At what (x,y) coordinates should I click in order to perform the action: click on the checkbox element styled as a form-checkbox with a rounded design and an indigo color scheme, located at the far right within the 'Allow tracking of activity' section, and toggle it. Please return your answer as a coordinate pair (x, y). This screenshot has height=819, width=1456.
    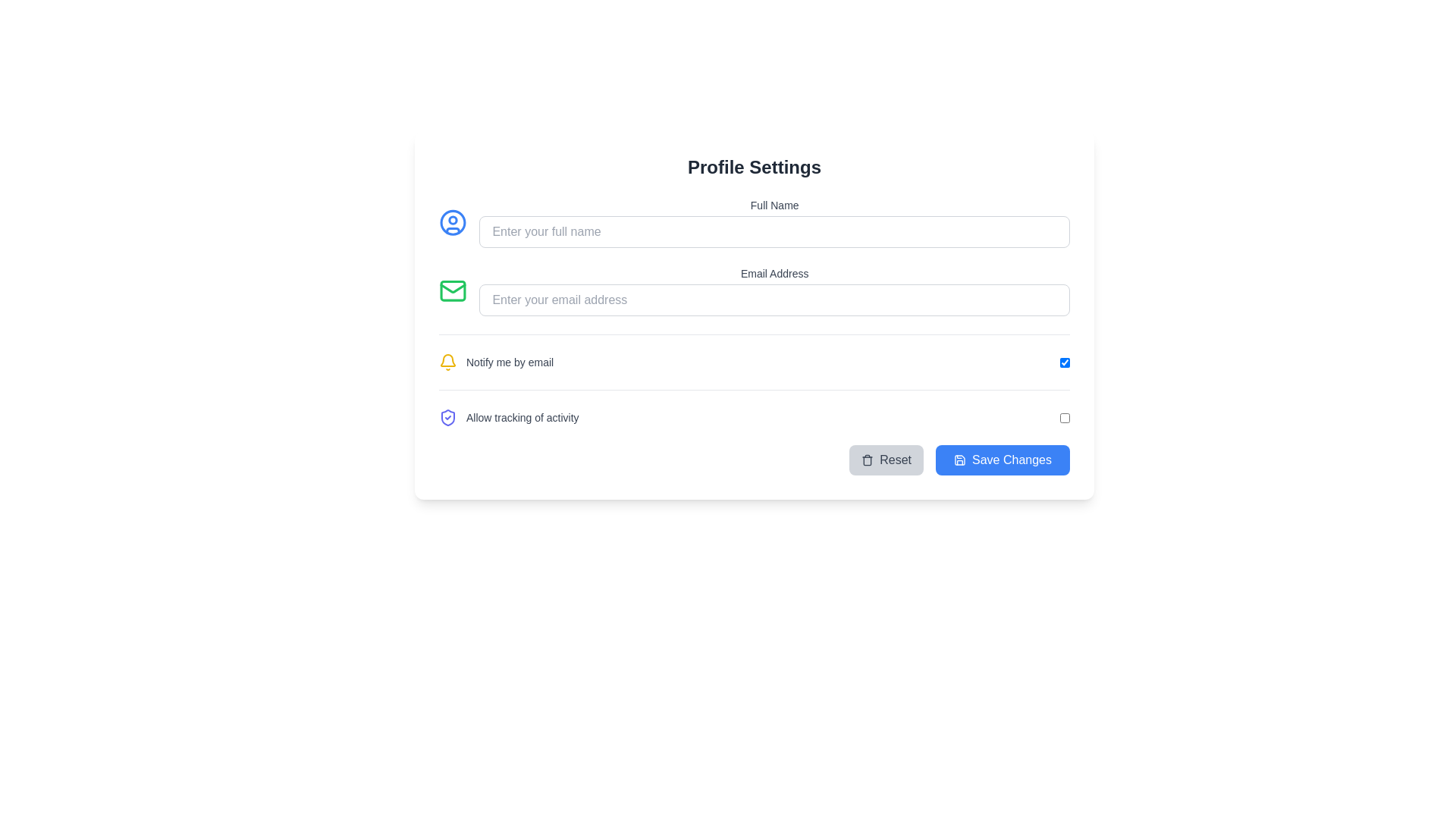
    Looking at the image, I should click on (1064, 418).